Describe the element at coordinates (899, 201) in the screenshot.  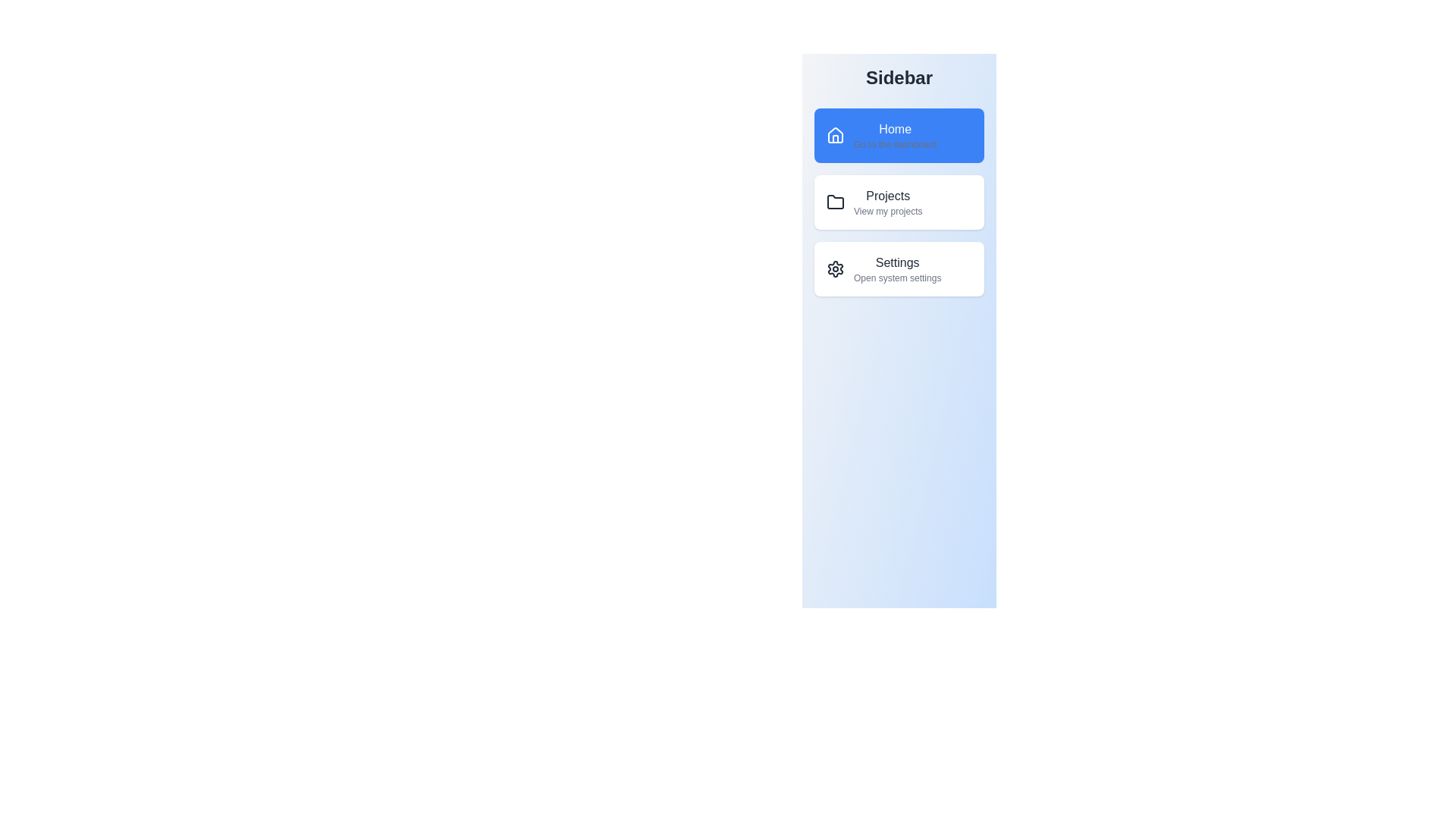
I see `the Projects tab in the sidebar` at that location.